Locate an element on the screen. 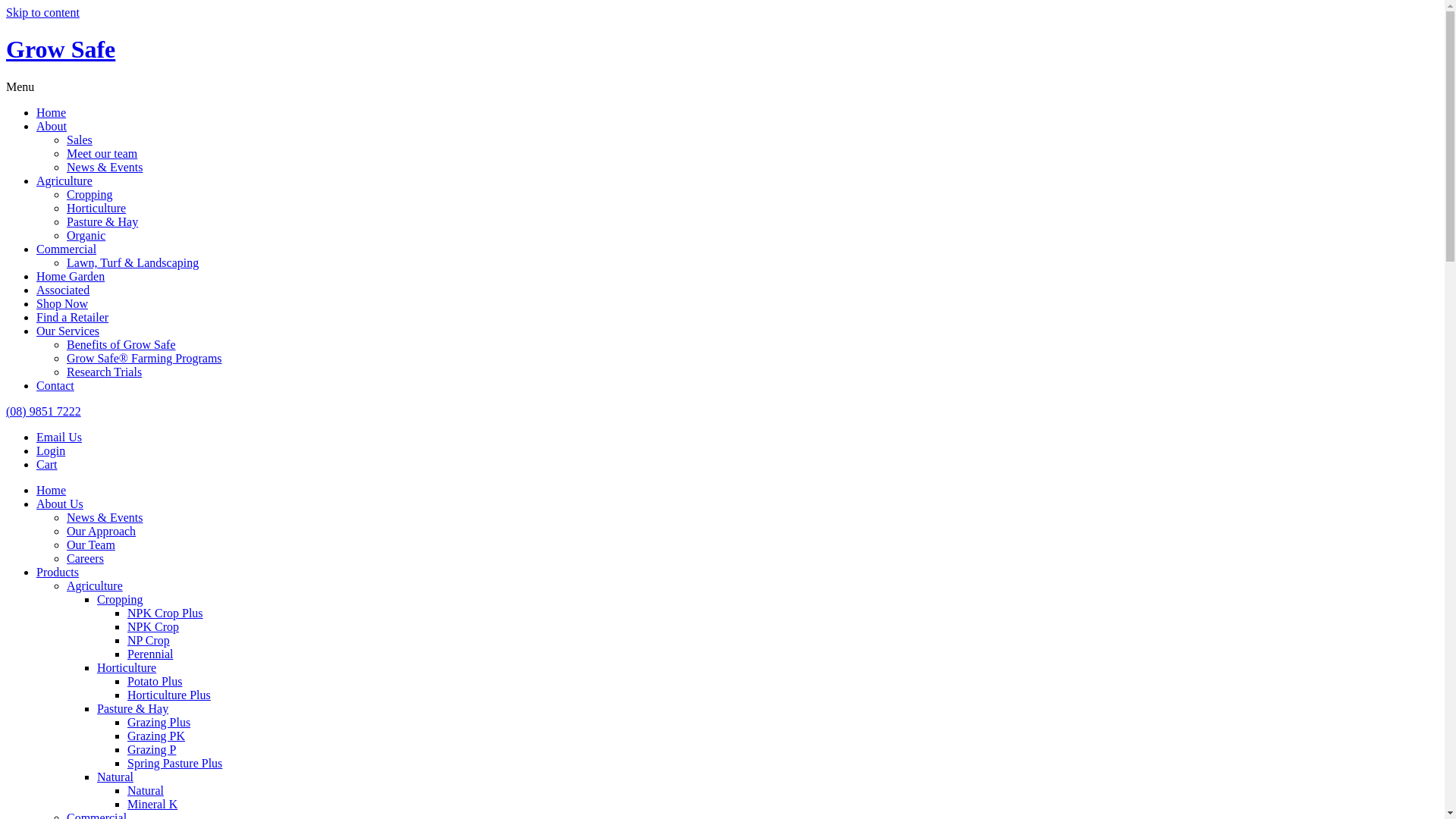 The height and width of the screenshot is (819, 1456). 'Commercial' is located at coordinates (65, 248).